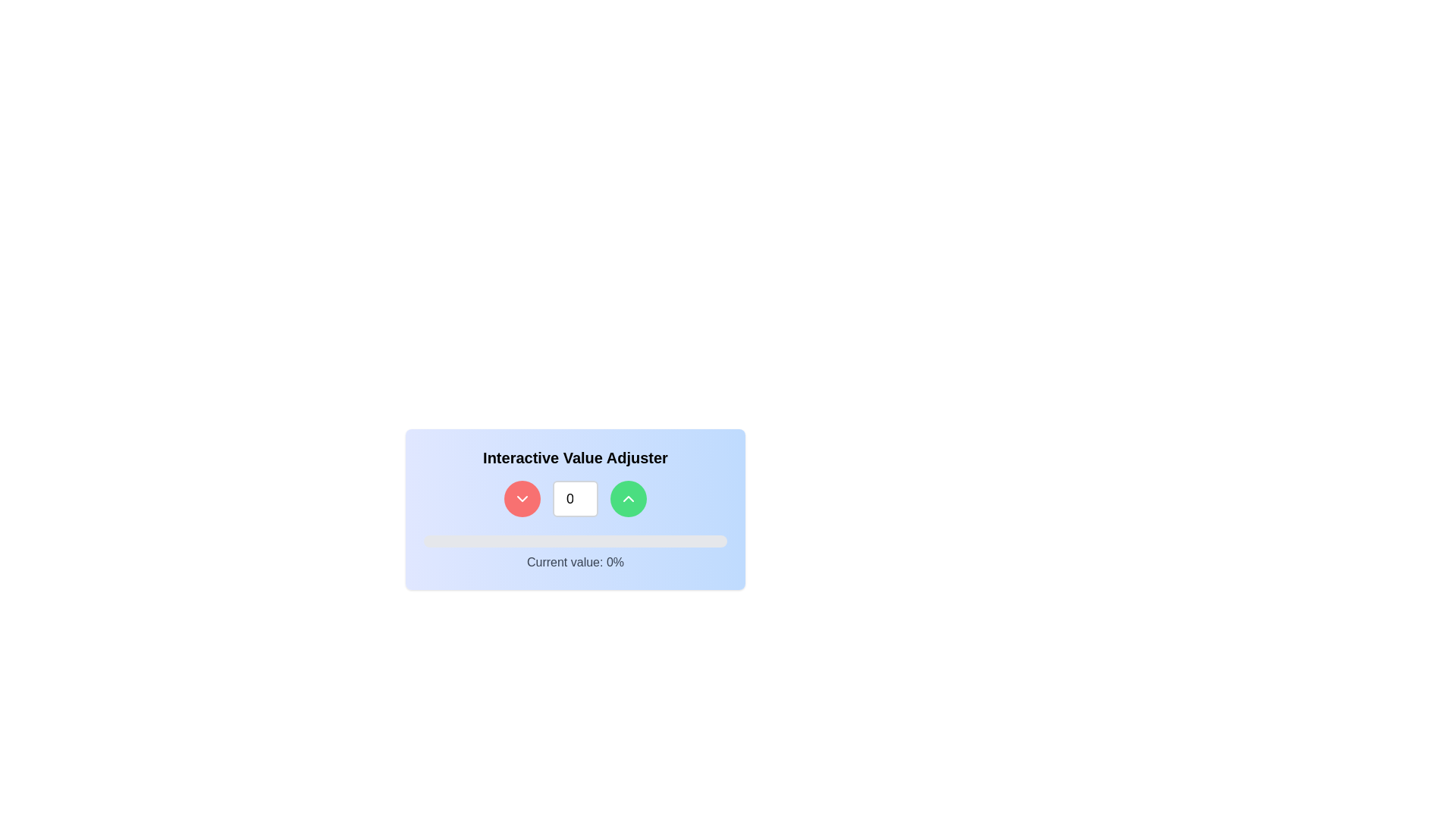 This screenshot has width=1456, height=819. What do you see at coordinates (574, 540) in the screenshot?
I see `the progress bar located at the bottom of the 'Interactive Value Adjuster' card, which has a gray background and a blue segment currently at 0% width` at bounding box center [574, 540].